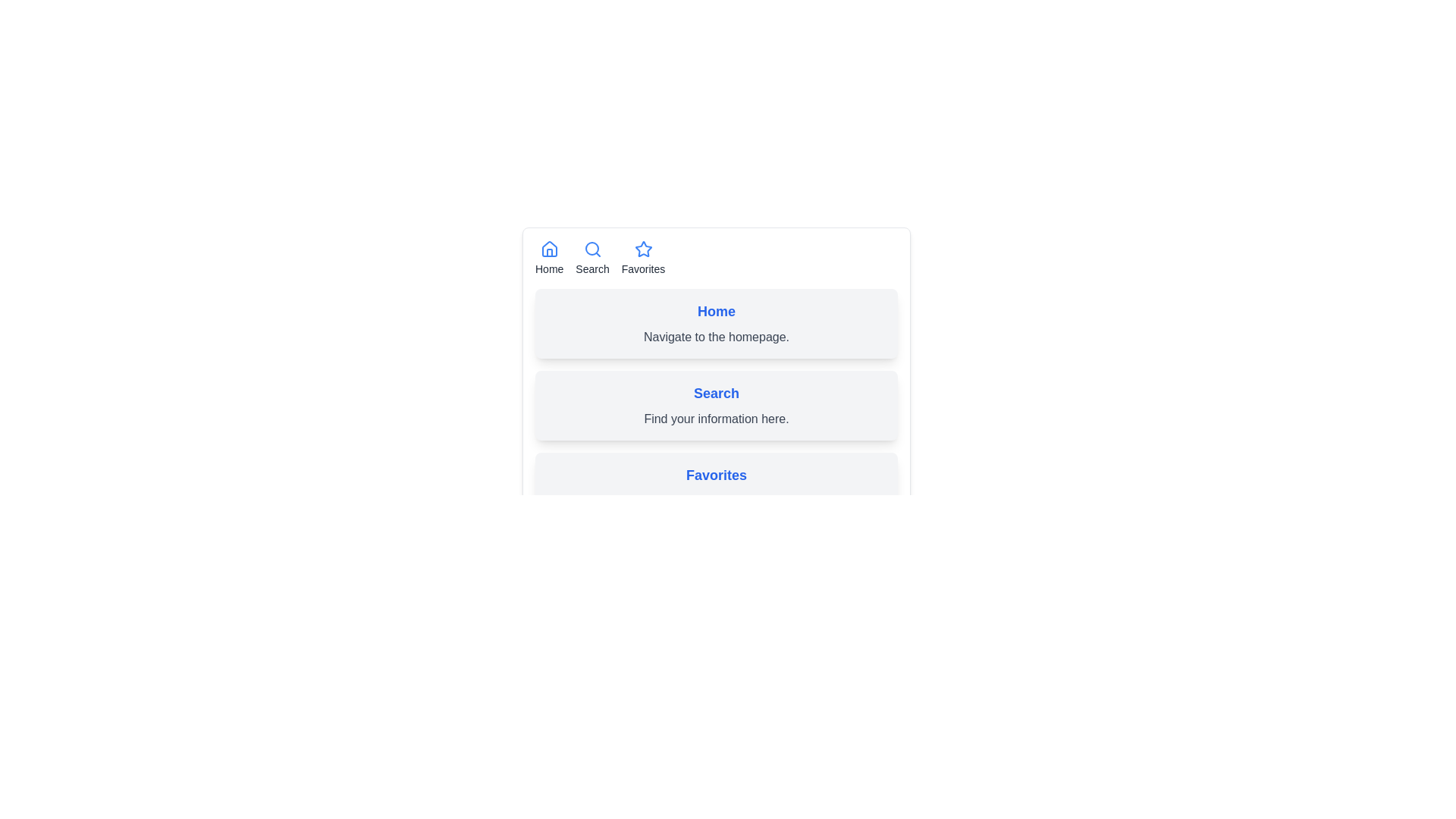 The width and height of the screenshot is (1456, 819). Describe the element at coordinates (643, 257) in the screenshot. I see `the 'Favorites' button featuring a blue star icon, located in the top navigation bar's rightmost section` at that location.